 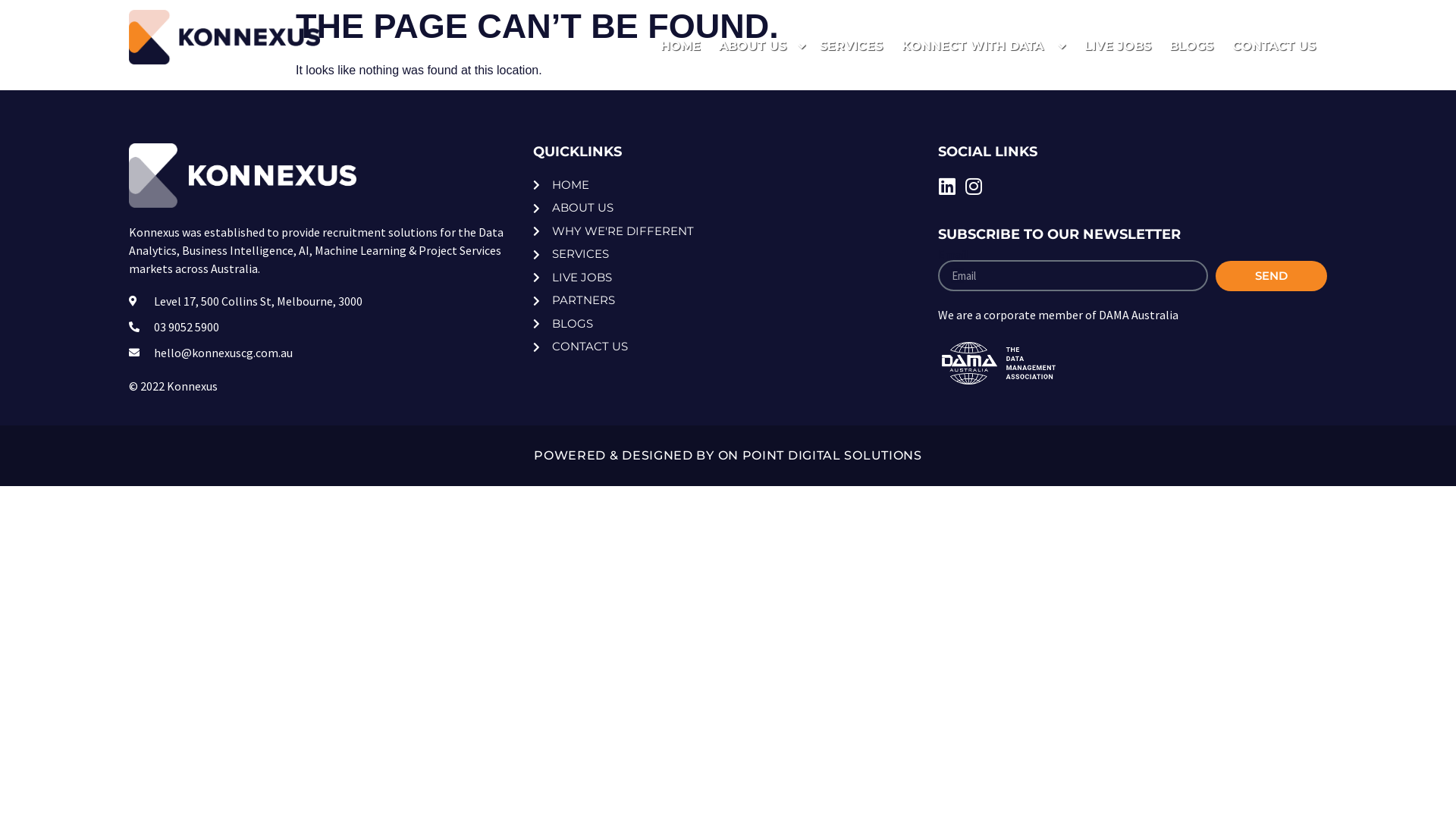 What do you see at coordinates (656, 45) in the screenshot?
I see `'HOME'` at bounding box center [656, 45].